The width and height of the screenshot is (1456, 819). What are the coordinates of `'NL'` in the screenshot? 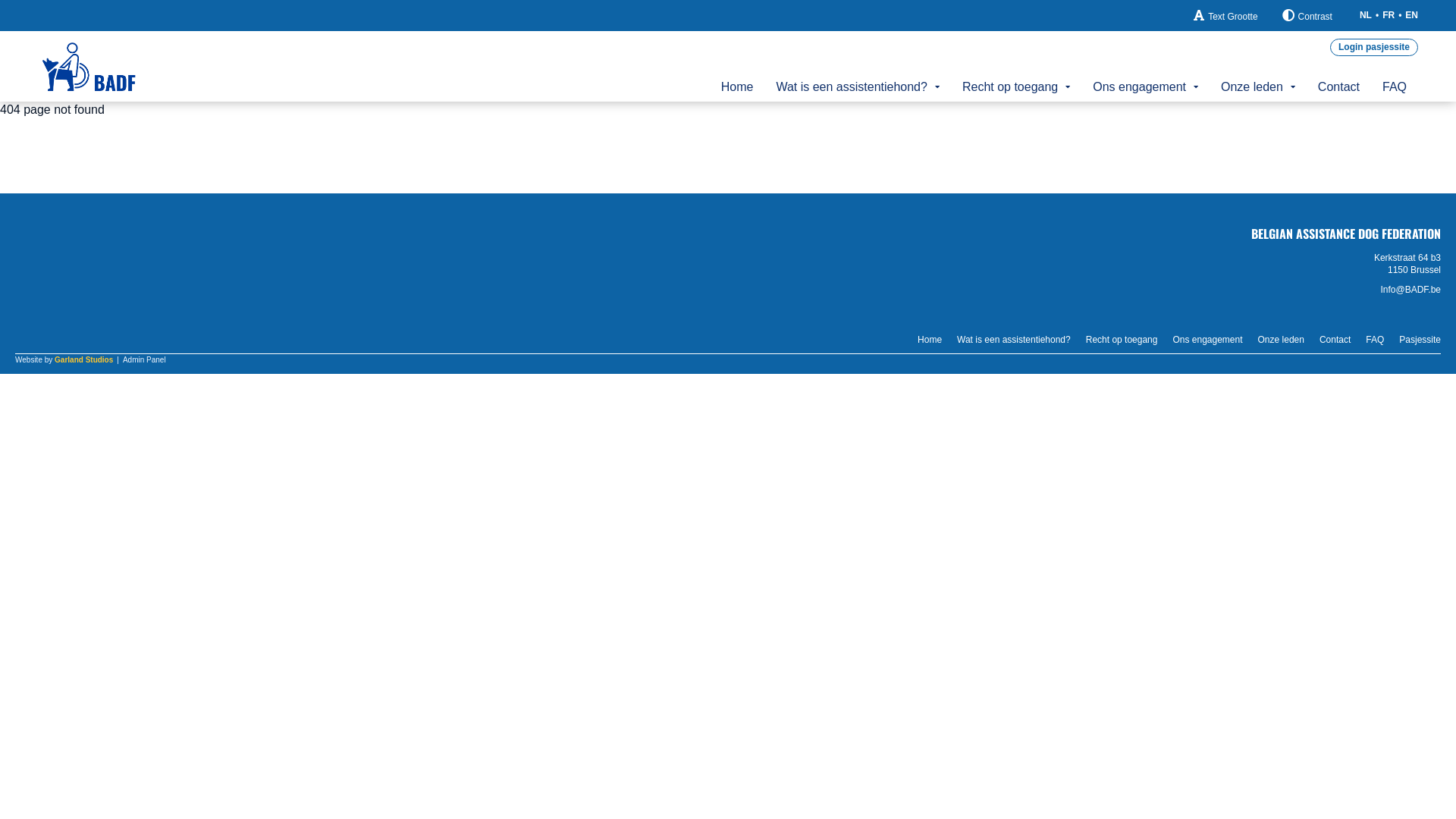 It's located at (1365, 14).